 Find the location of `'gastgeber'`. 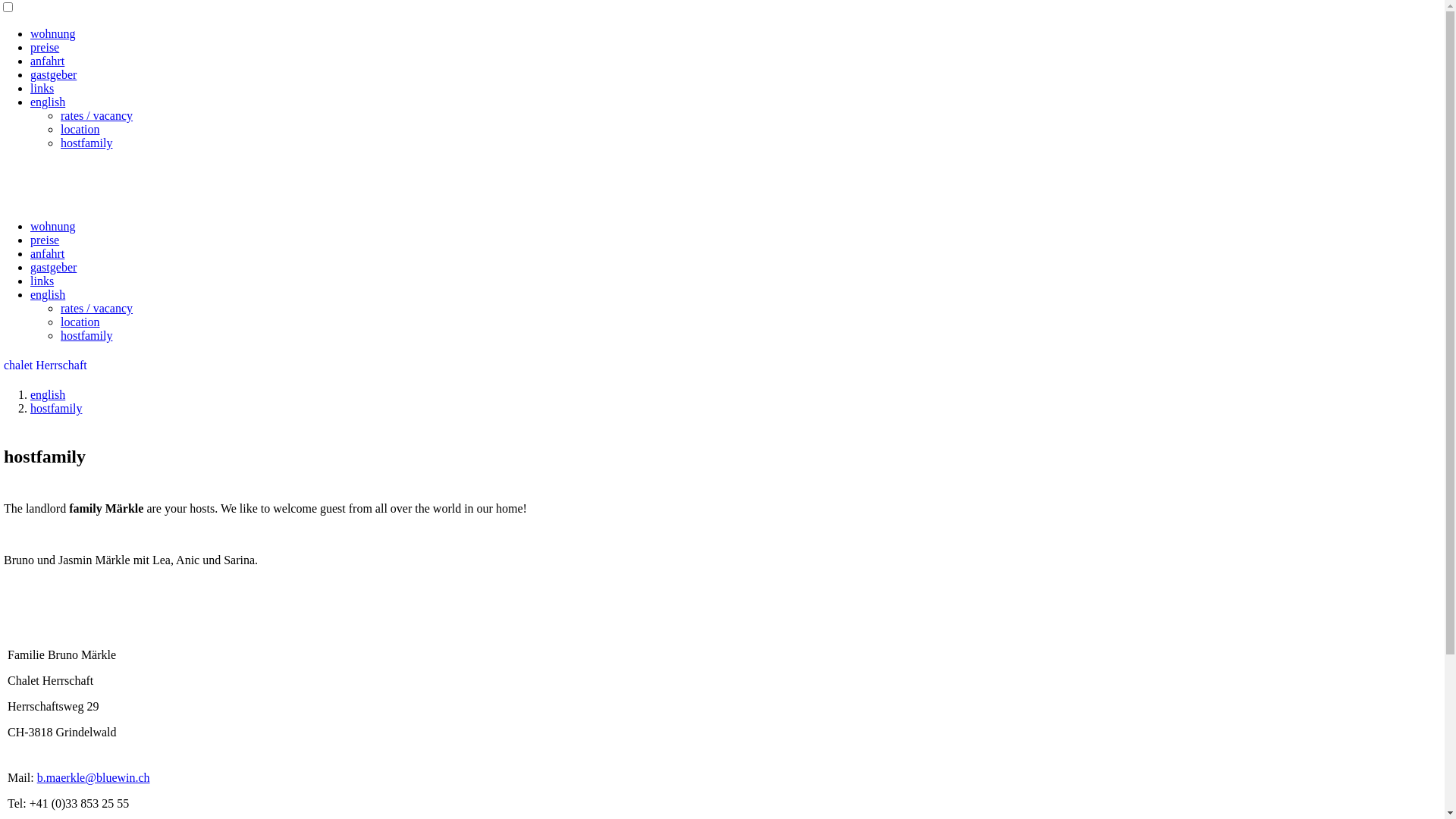

'gastgeber' is located at coordinates (53, 266).